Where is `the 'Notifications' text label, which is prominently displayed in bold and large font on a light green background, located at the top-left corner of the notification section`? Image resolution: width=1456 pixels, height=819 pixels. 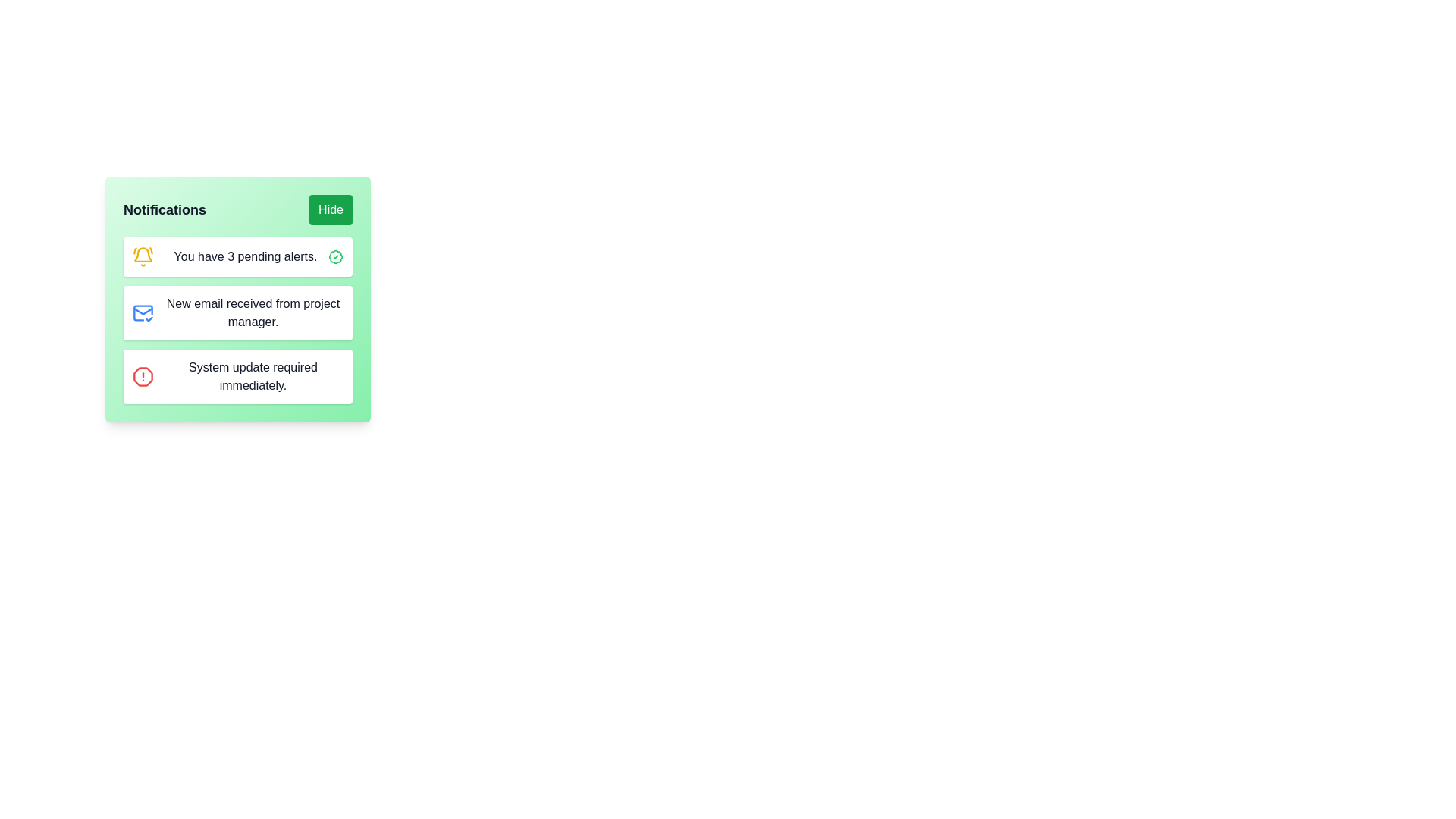 the 'Notifications' text label, which is prominently displayed in bold and large font on a light green background, located at the top-left corner of the notification section is located at coordinates (165, 210).